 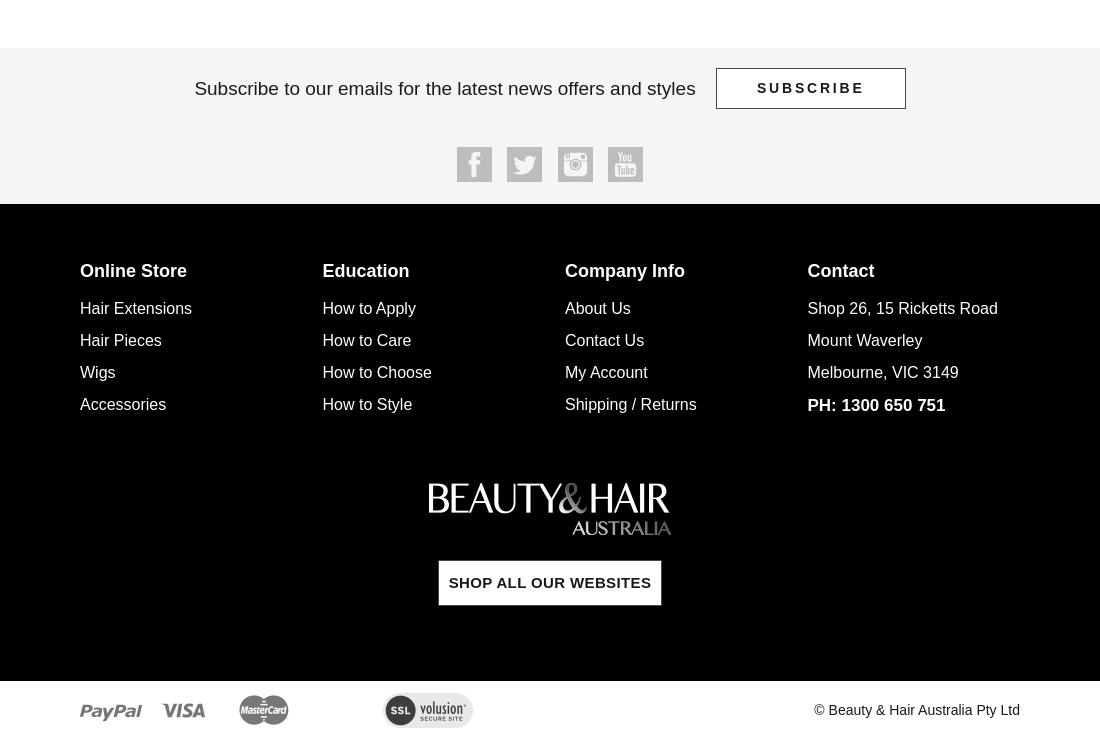 What do you see at coordinates (366, 403) in the screenshot?
I see `'How to Style'` at bounding box center [366, 403].